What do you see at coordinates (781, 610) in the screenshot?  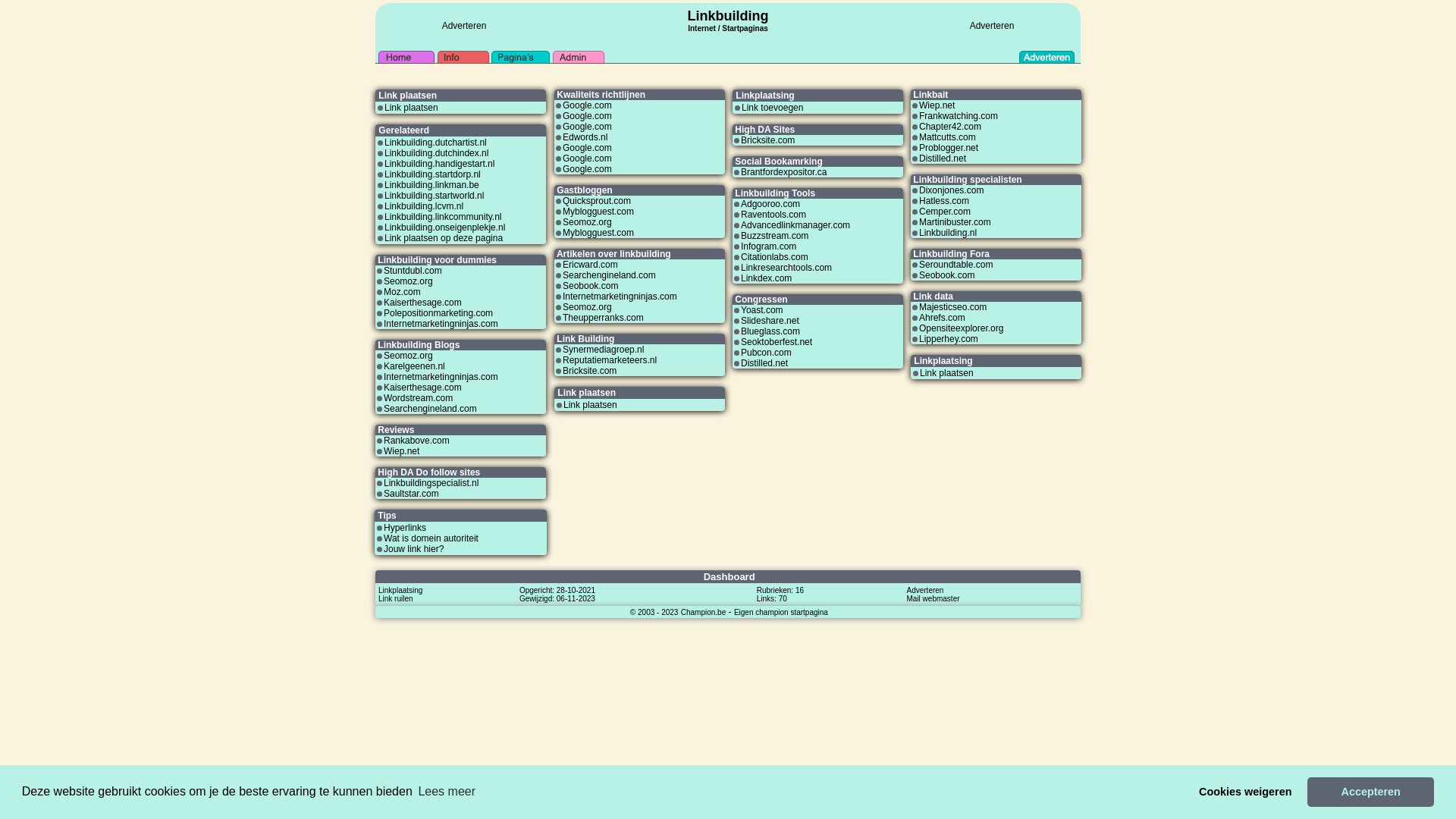 I see `'Eigen champion startpagina'` at bounding box center [781, 610].